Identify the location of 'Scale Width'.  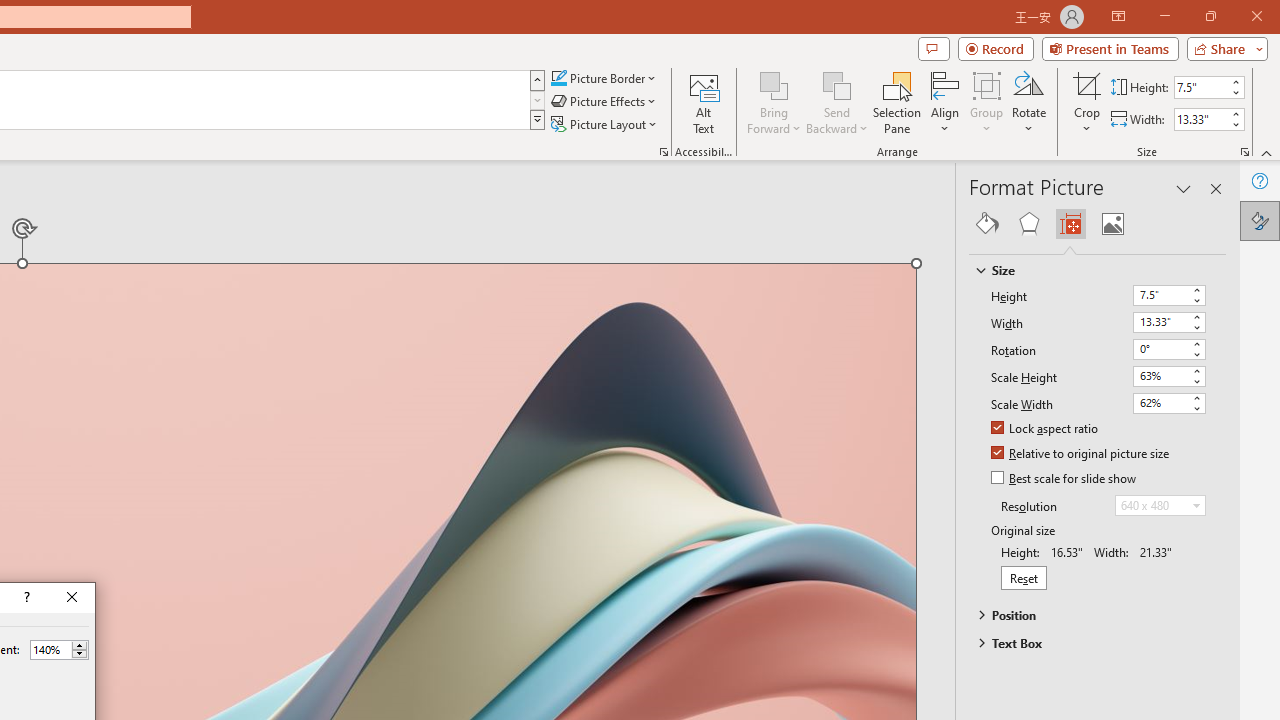
(1169, 403).